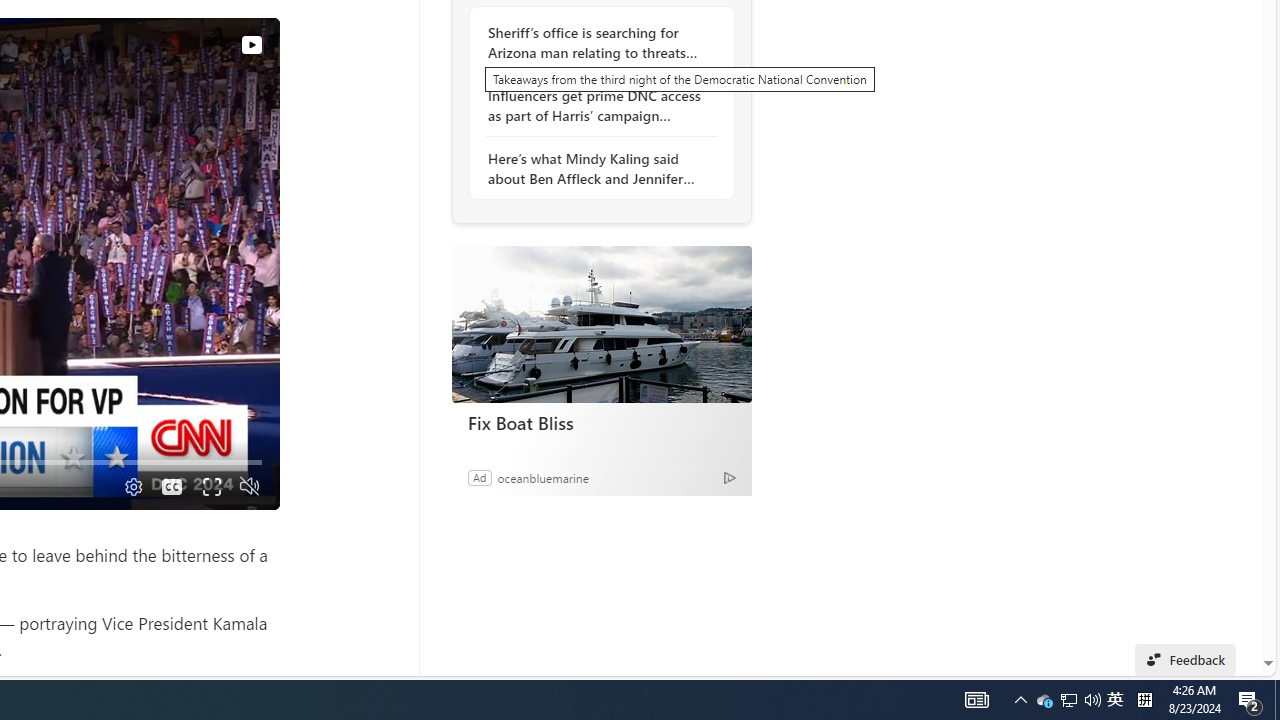  What do you see at coordinates (542, 477) in the screenshot?
I see `'oceanbluemarine'` at bounding box center [542, 477].